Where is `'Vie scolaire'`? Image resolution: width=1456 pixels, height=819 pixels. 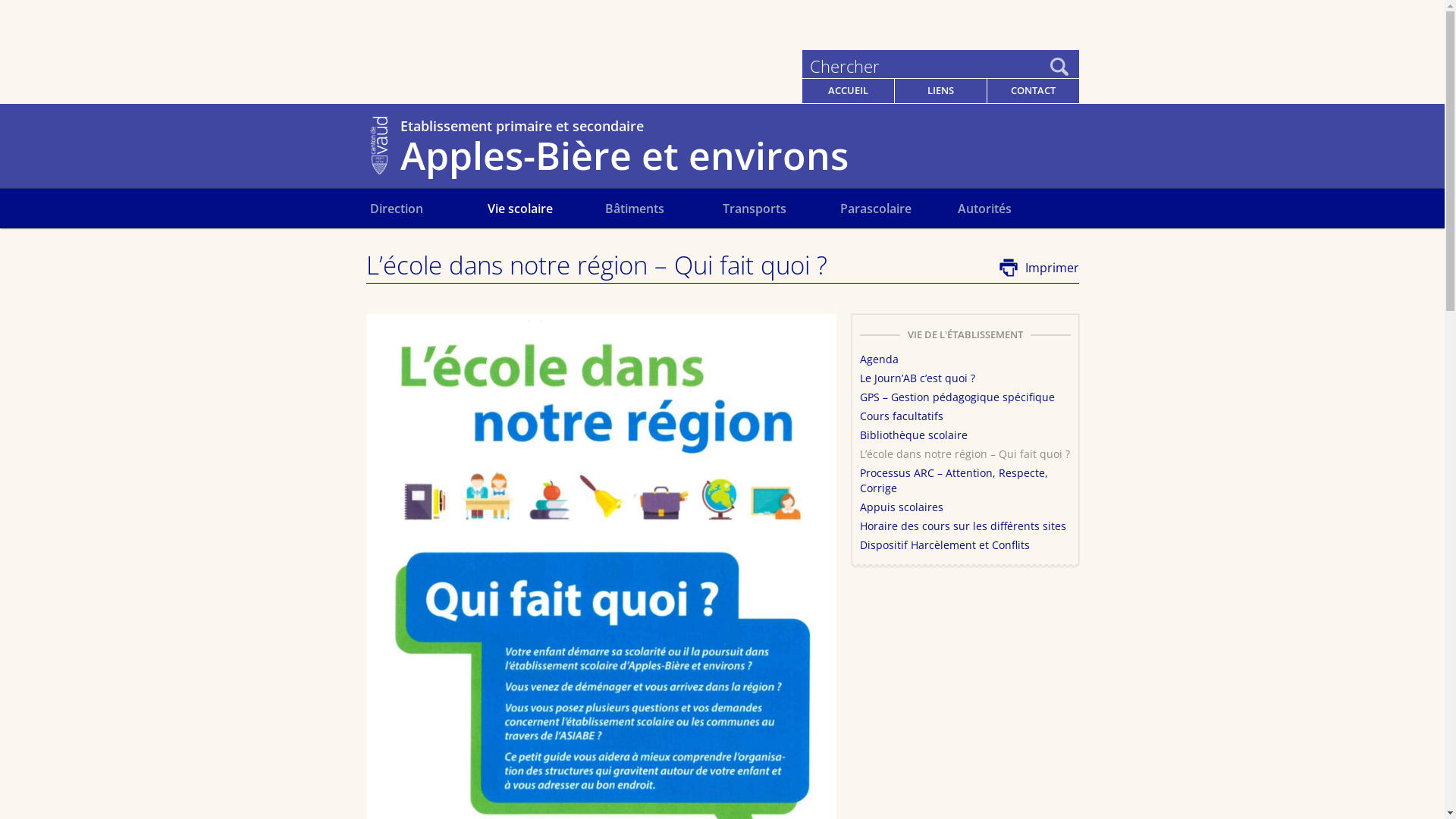 'Vie scolaire' is located at coordinates (545, 208).